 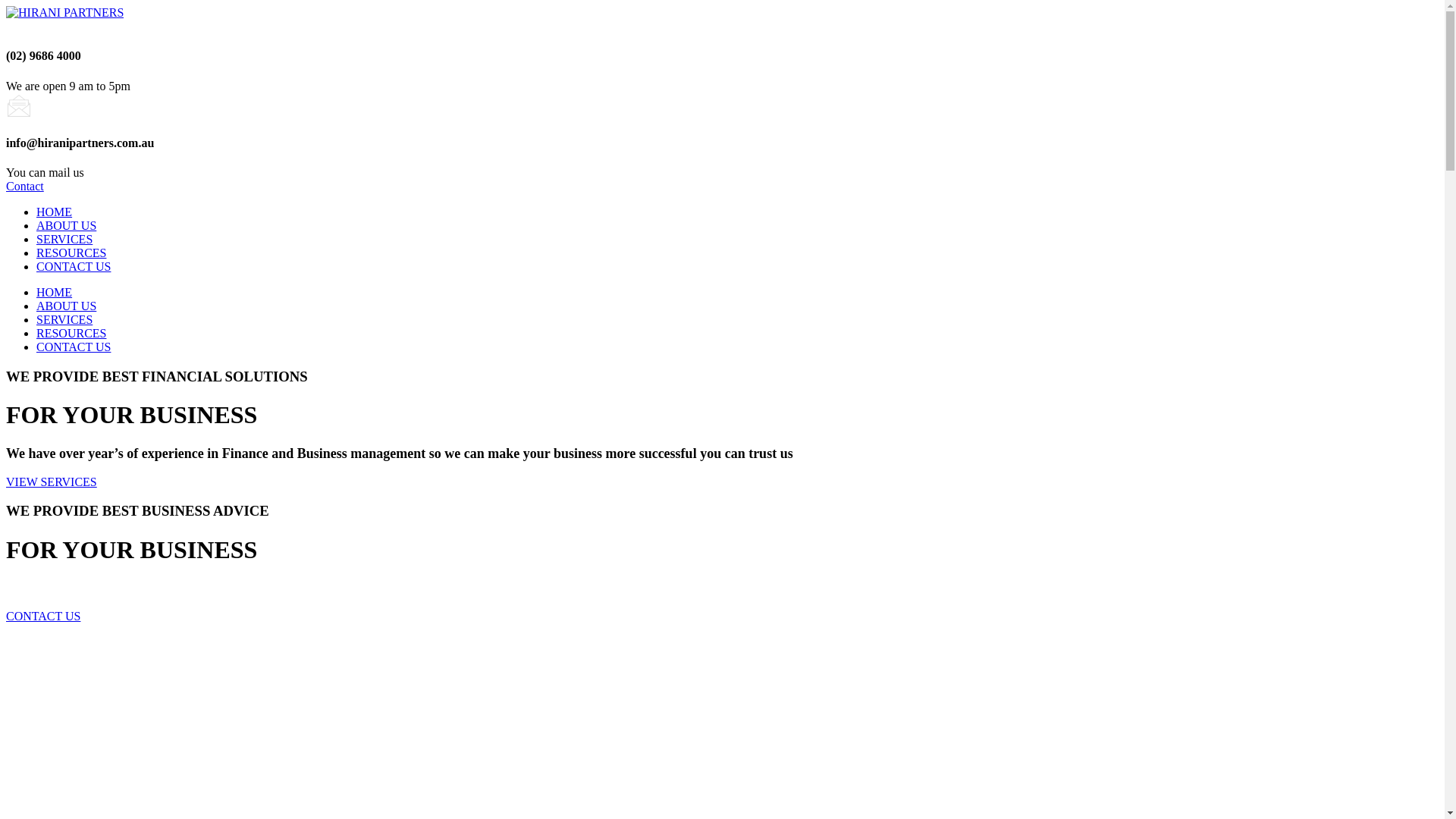 I want to click on 'RESOURCES', so click(x=36, y=332).